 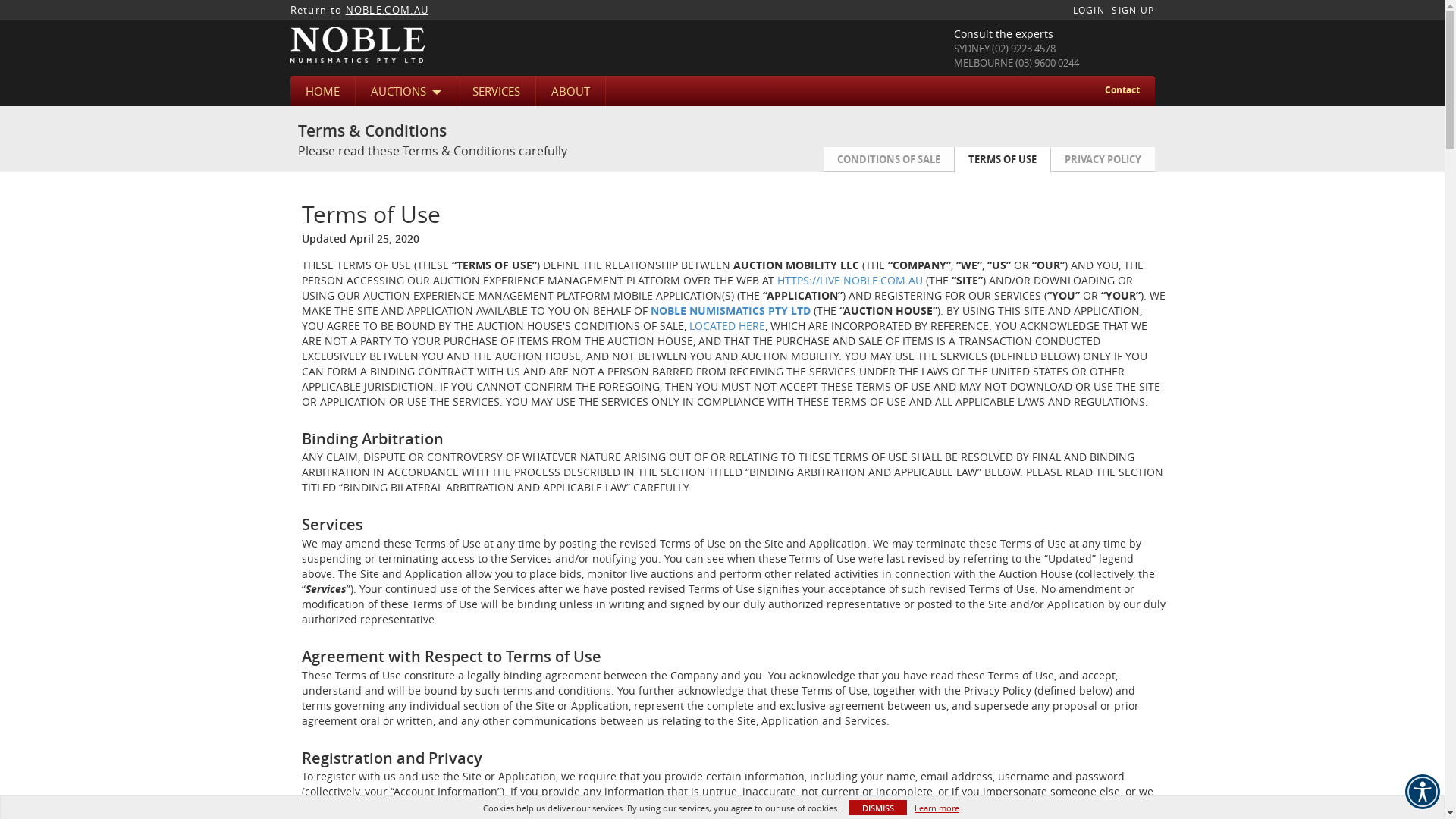 I want to click on 'HOME', so click(x=321, y=90).